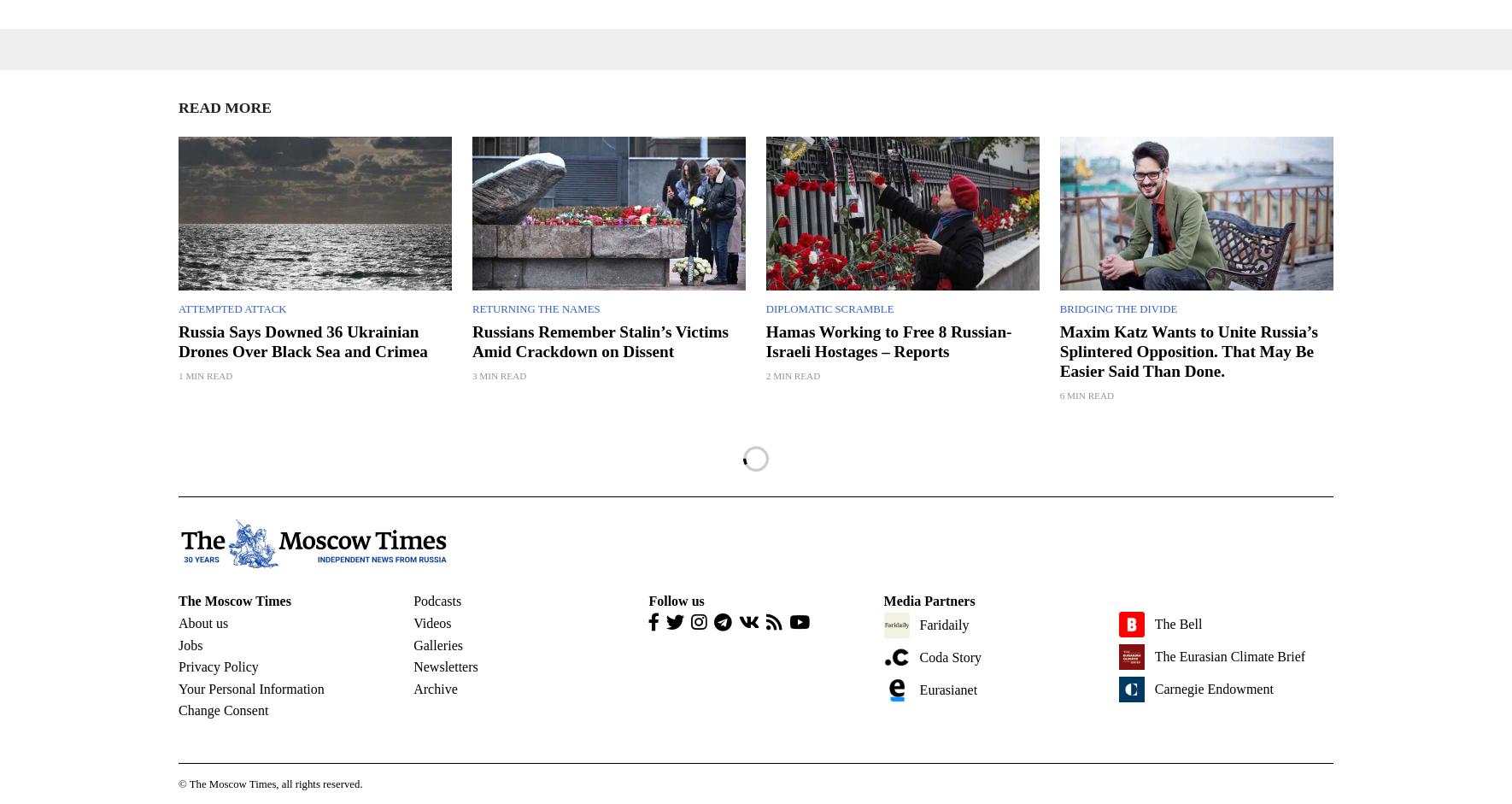 The height and width of the screenshot is (804, 1512). Describe the element at coordinates (234, 601) in the screenshot. I see `'The Moscow Times'` at that location.